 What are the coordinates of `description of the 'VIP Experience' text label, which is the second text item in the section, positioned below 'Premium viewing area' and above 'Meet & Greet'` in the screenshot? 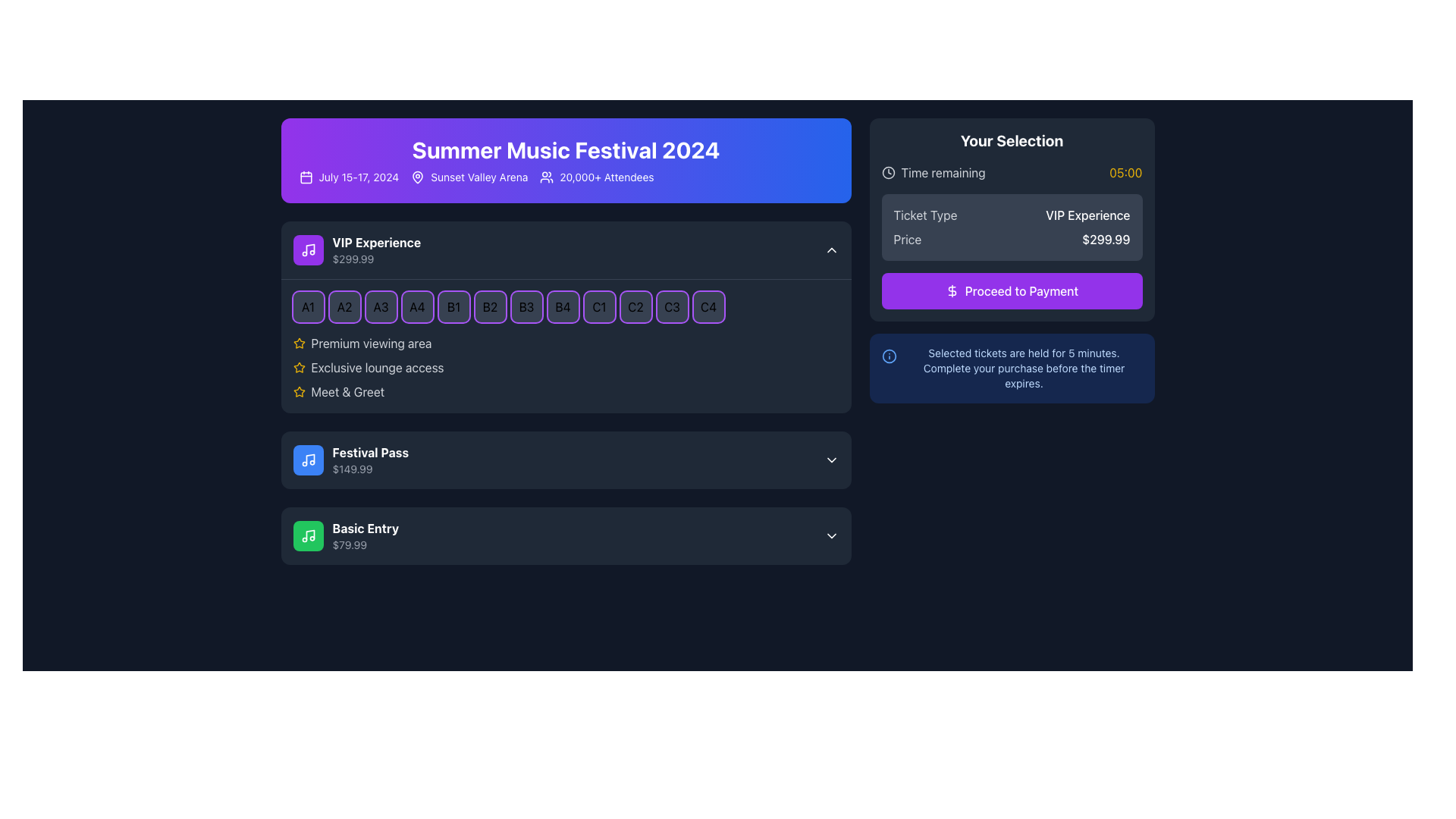 It's located at (378, 368).